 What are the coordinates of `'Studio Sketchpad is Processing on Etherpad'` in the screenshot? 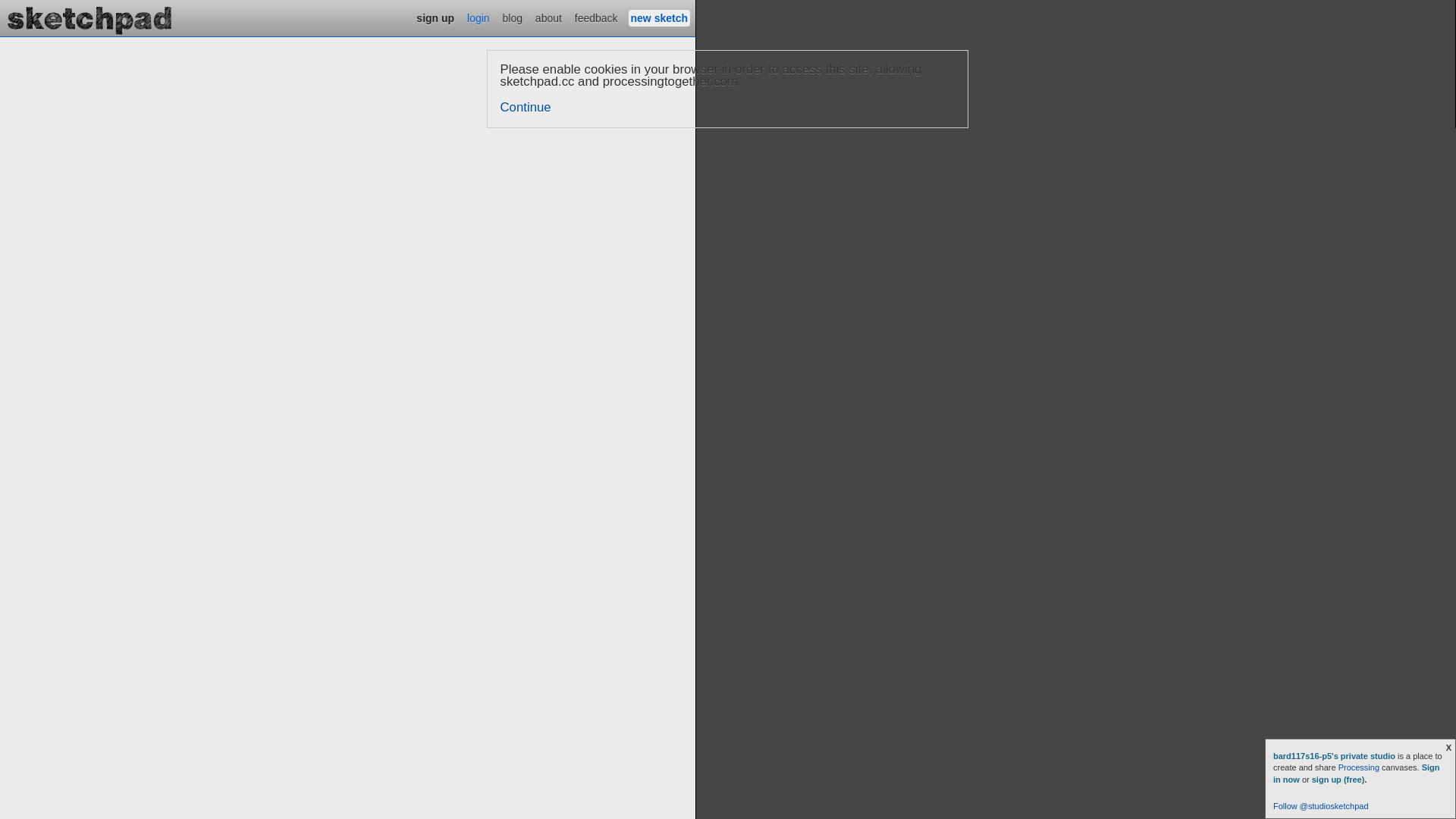 It's located at (89, 17).